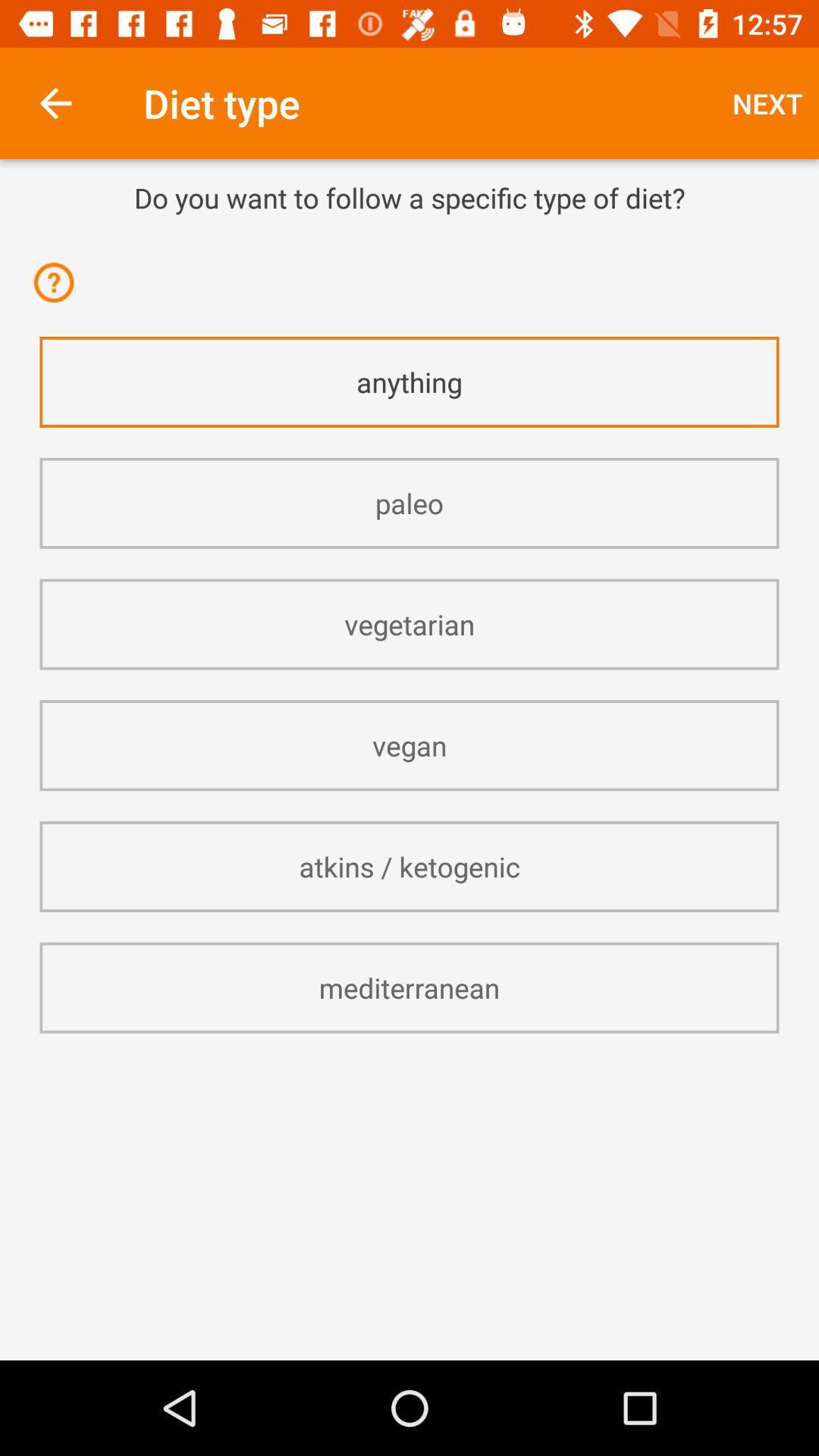 This screenshot has width=819, height=1456. What do you see at coordinates (409, 1073) in the screenshot?
I see `icon below the mediterranean` at bounding box center [409, 1073].